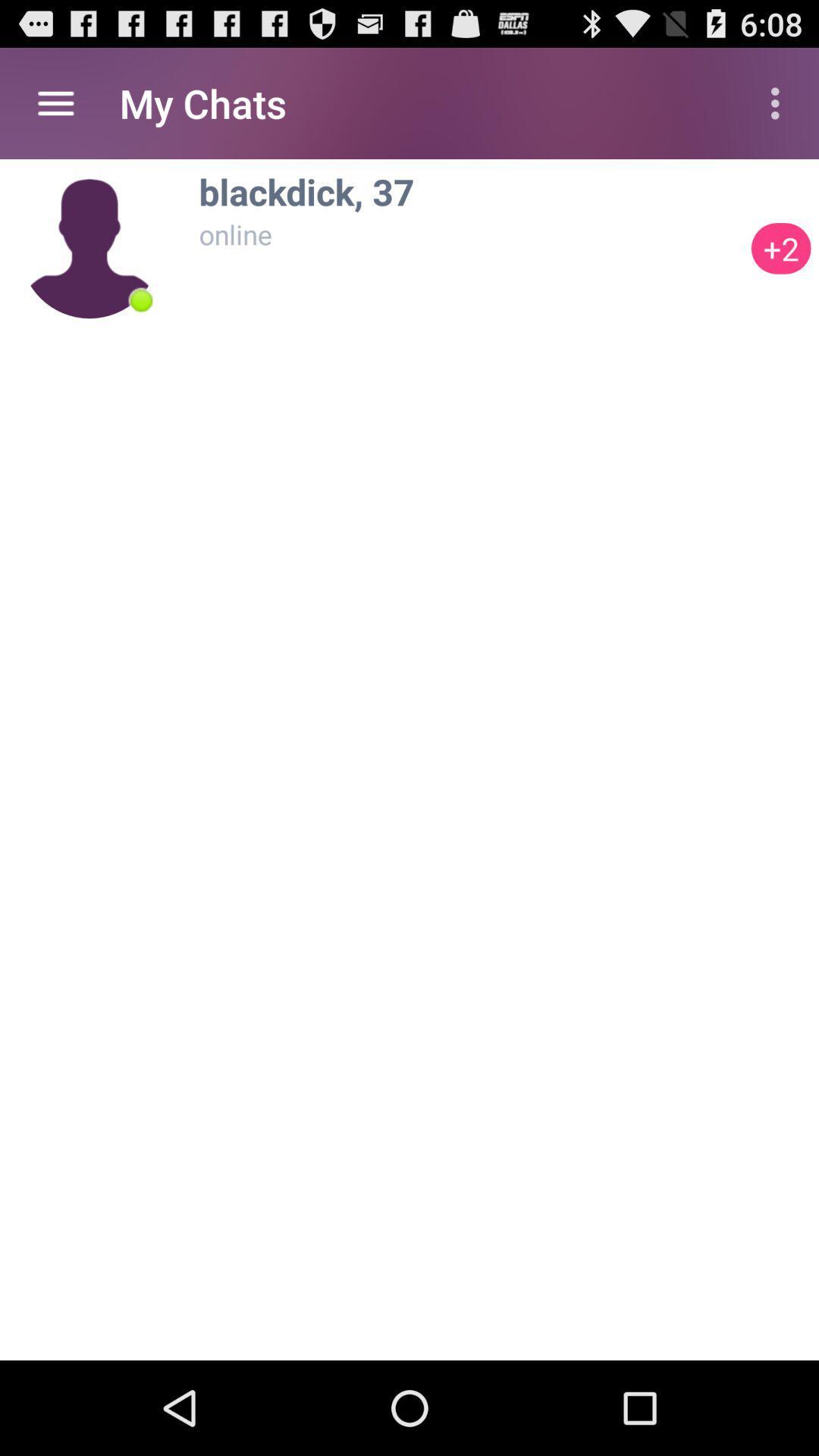 The image size is (819, 1456). What do you see at coordinates (55, 102) in the screenshot?
I see `icon next to my chats icon` at bounding box center [55, 102].